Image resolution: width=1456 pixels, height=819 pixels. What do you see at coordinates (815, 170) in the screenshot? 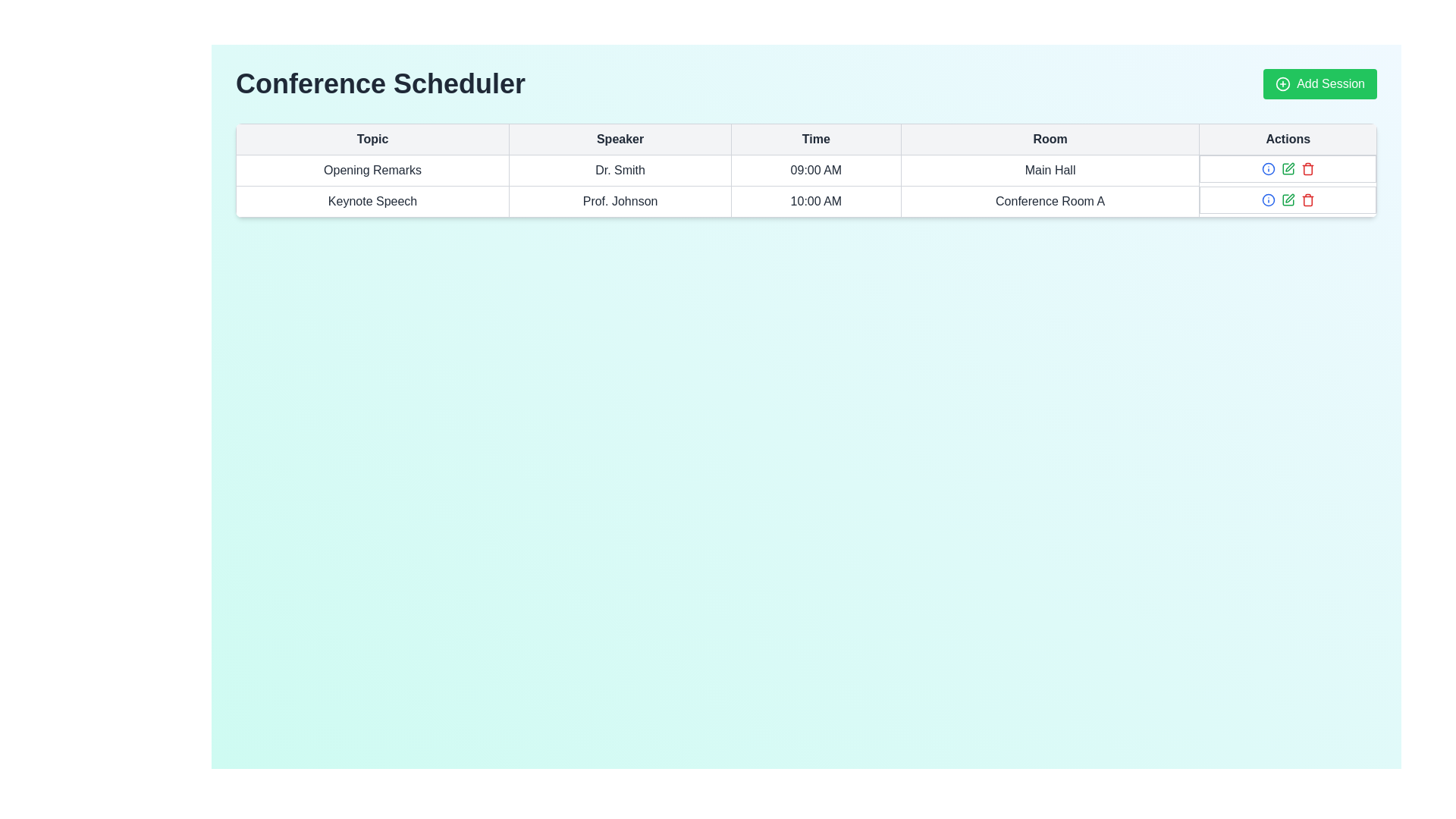
I see `displayed time in the 'Opening Remarks' session's Text display cell located in the third column of the first row of the table` at bounding box center [815, 170].